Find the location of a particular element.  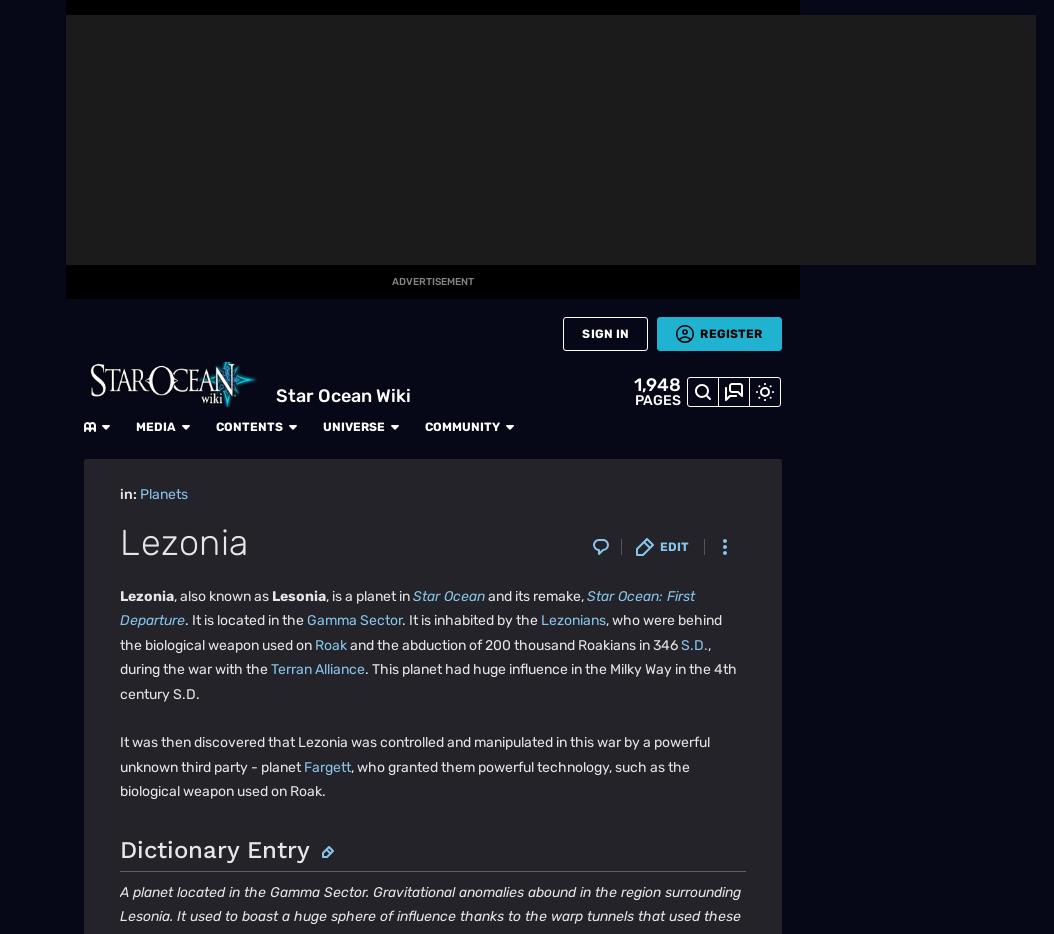

'Games' is located at coordinates (32, 286).